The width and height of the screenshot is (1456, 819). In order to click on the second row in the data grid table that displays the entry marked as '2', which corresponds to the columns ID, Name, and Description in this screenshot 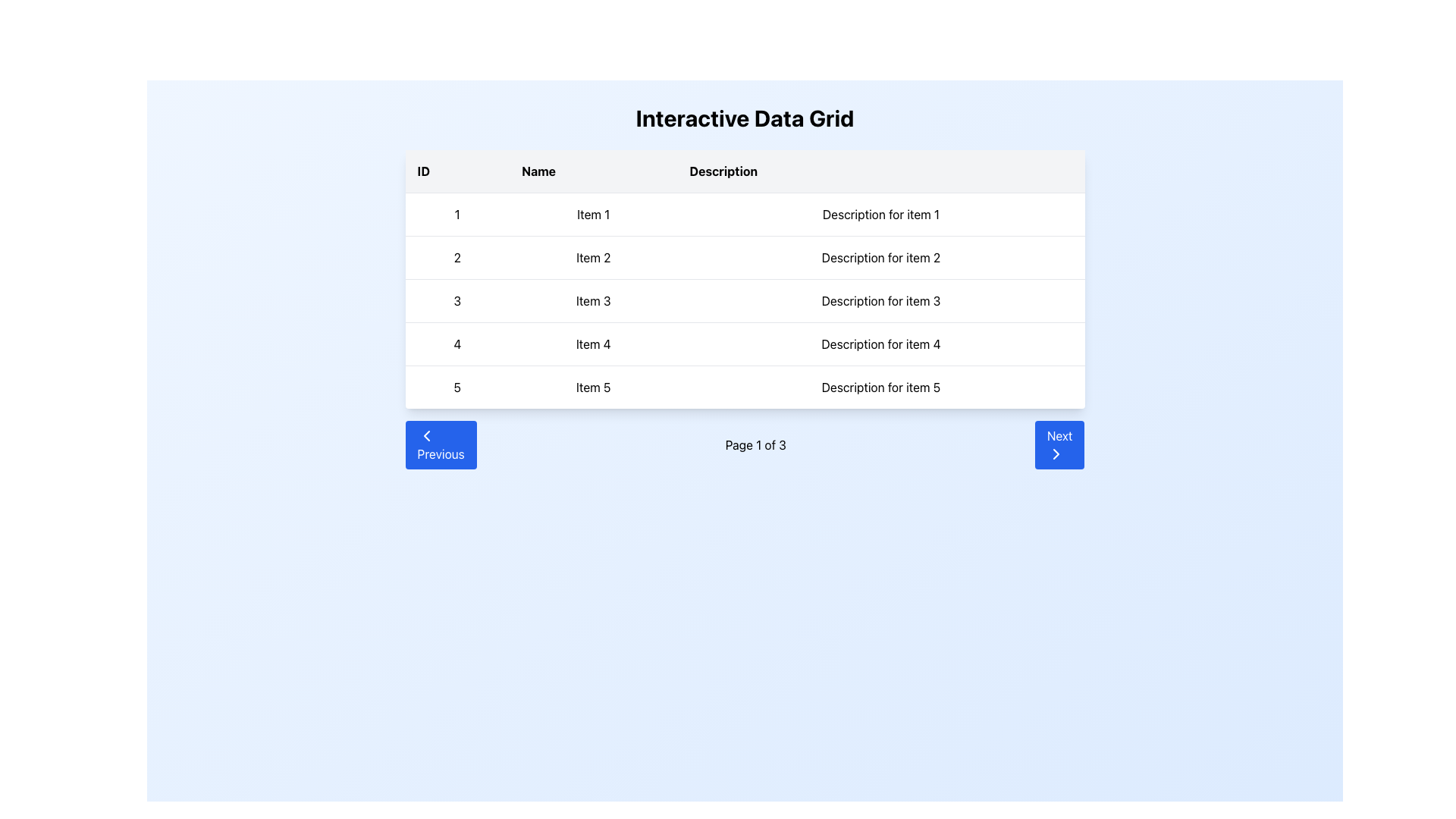, I will do `click(745, 256)`.